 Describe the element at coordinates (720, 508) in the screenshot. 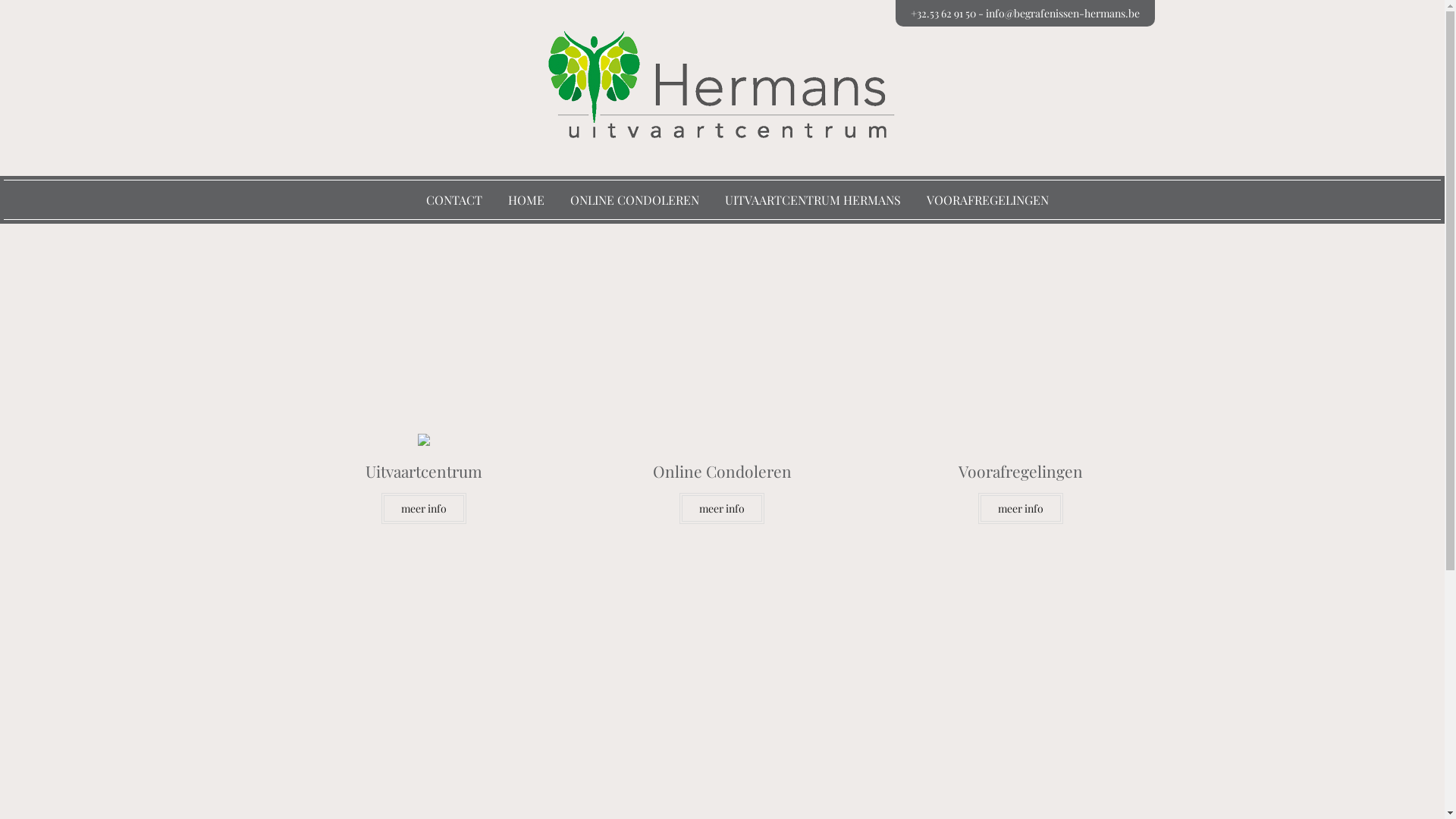

I see `'meer info'` at that location.